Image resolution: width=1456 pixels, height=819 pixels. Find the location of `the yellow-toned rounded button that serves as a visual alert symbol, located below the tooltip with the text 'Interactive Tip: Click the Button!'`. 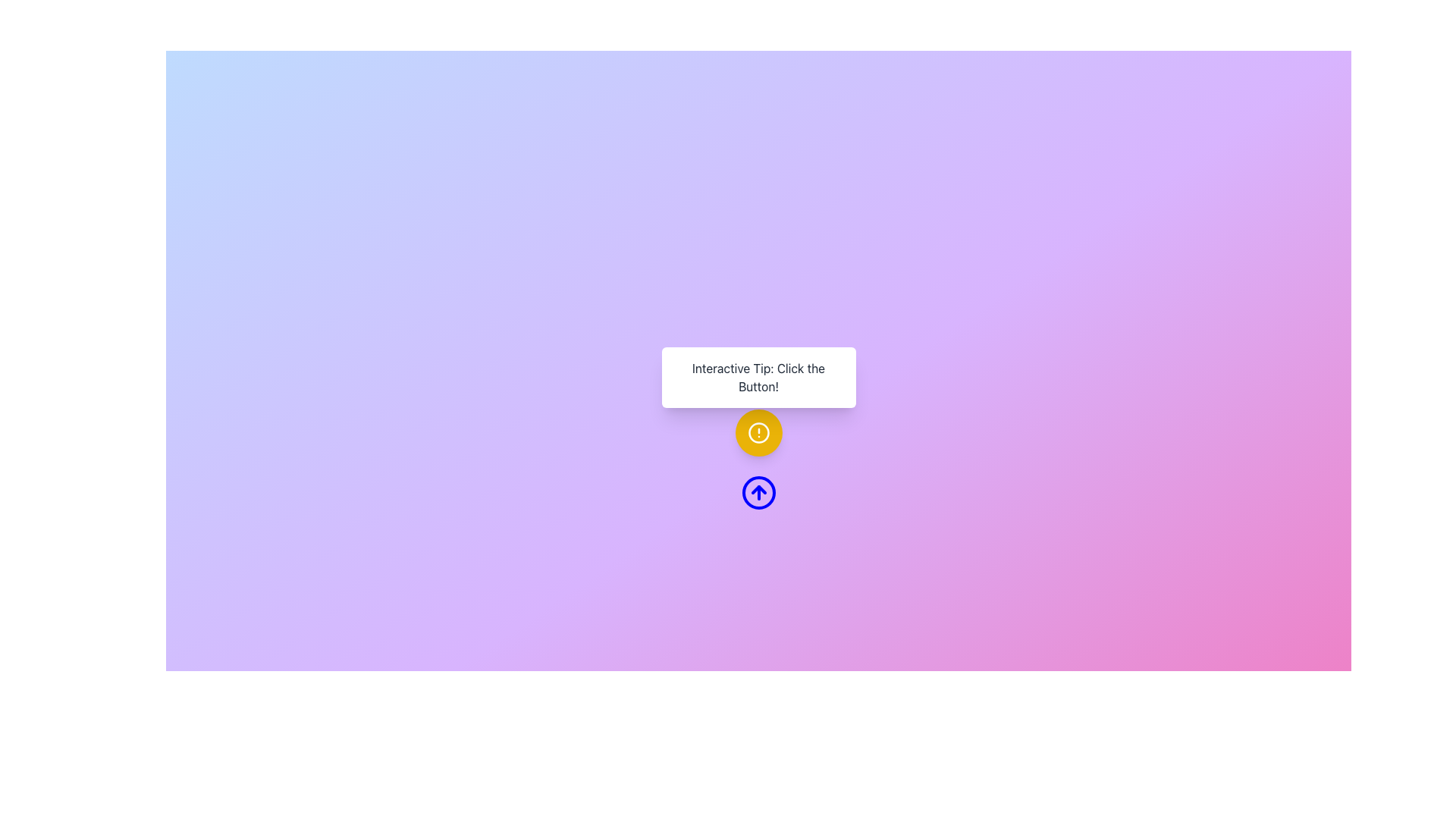

the yellow-toned rounded button that serves as a visual alert symbol, located below the tooltip with the text 'Interactive Tip: Click the Button!' is located at coordinates (758, 432).